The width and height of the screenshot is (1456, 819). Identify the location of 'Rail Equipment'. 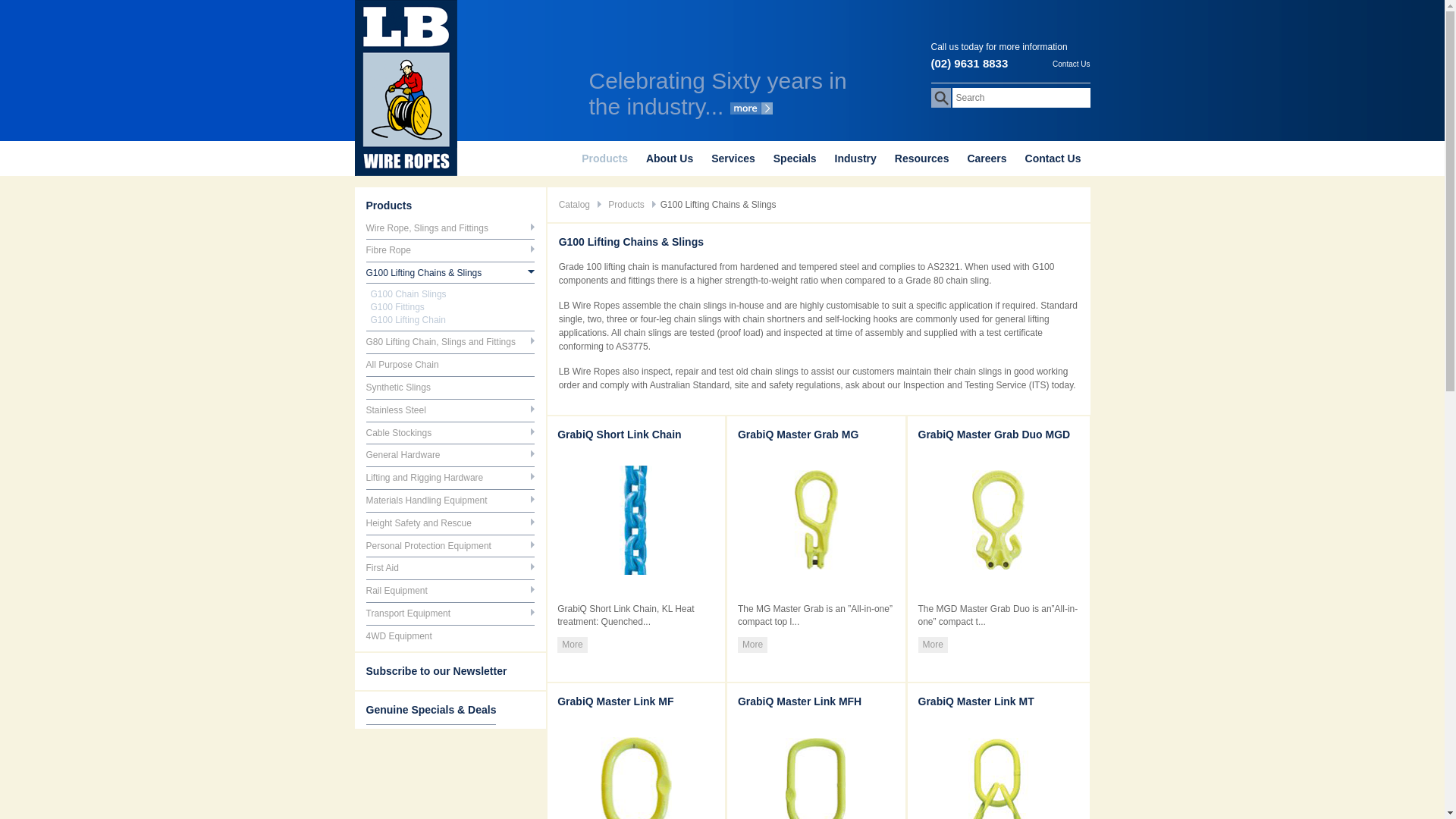
(396, 590).